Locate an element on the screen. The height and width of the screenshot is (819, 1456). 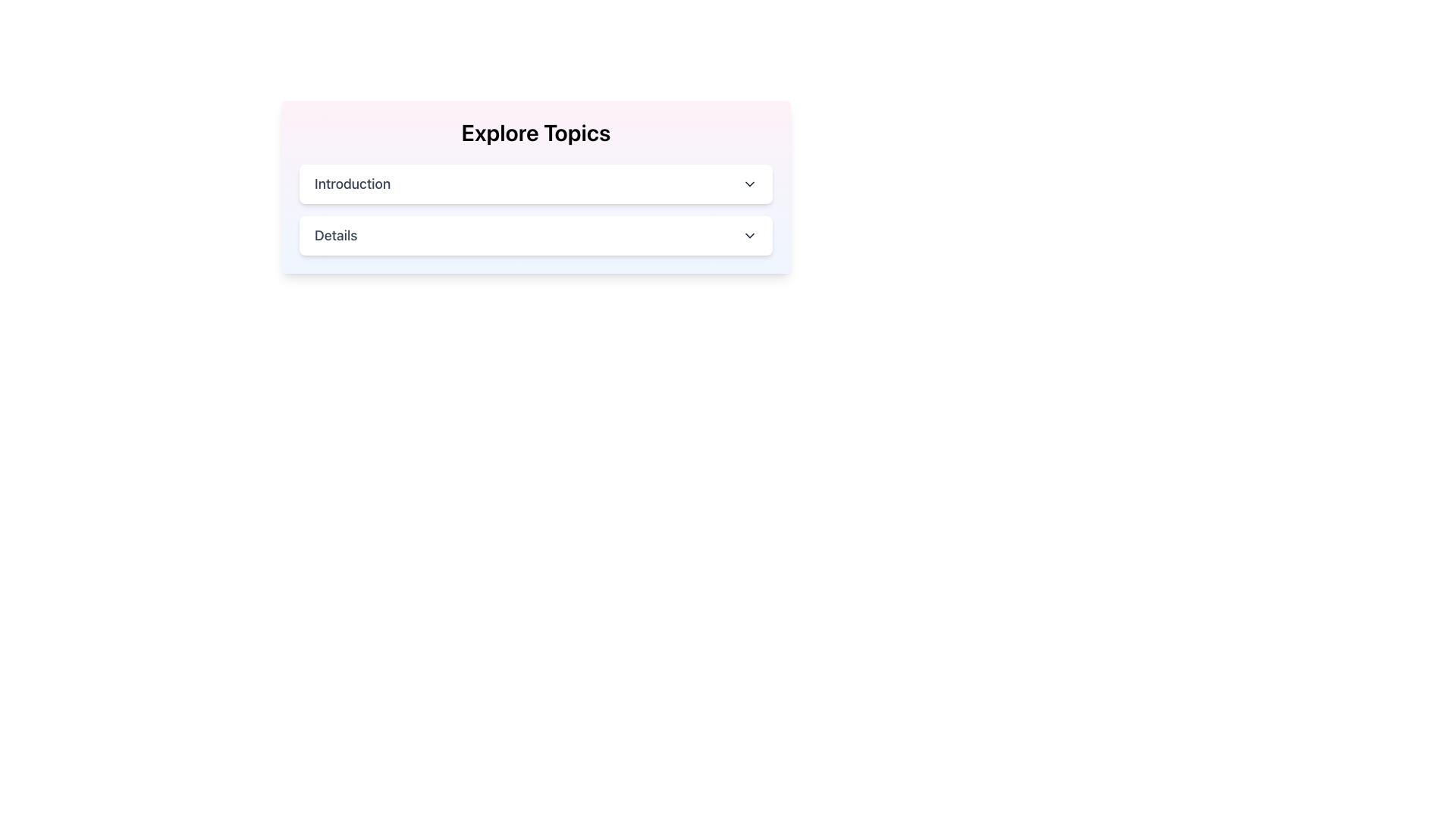
the collapsible component located below the title 'Explore Topics' to potentially reveal tooltips for each section is located at coordinates (535, 210).